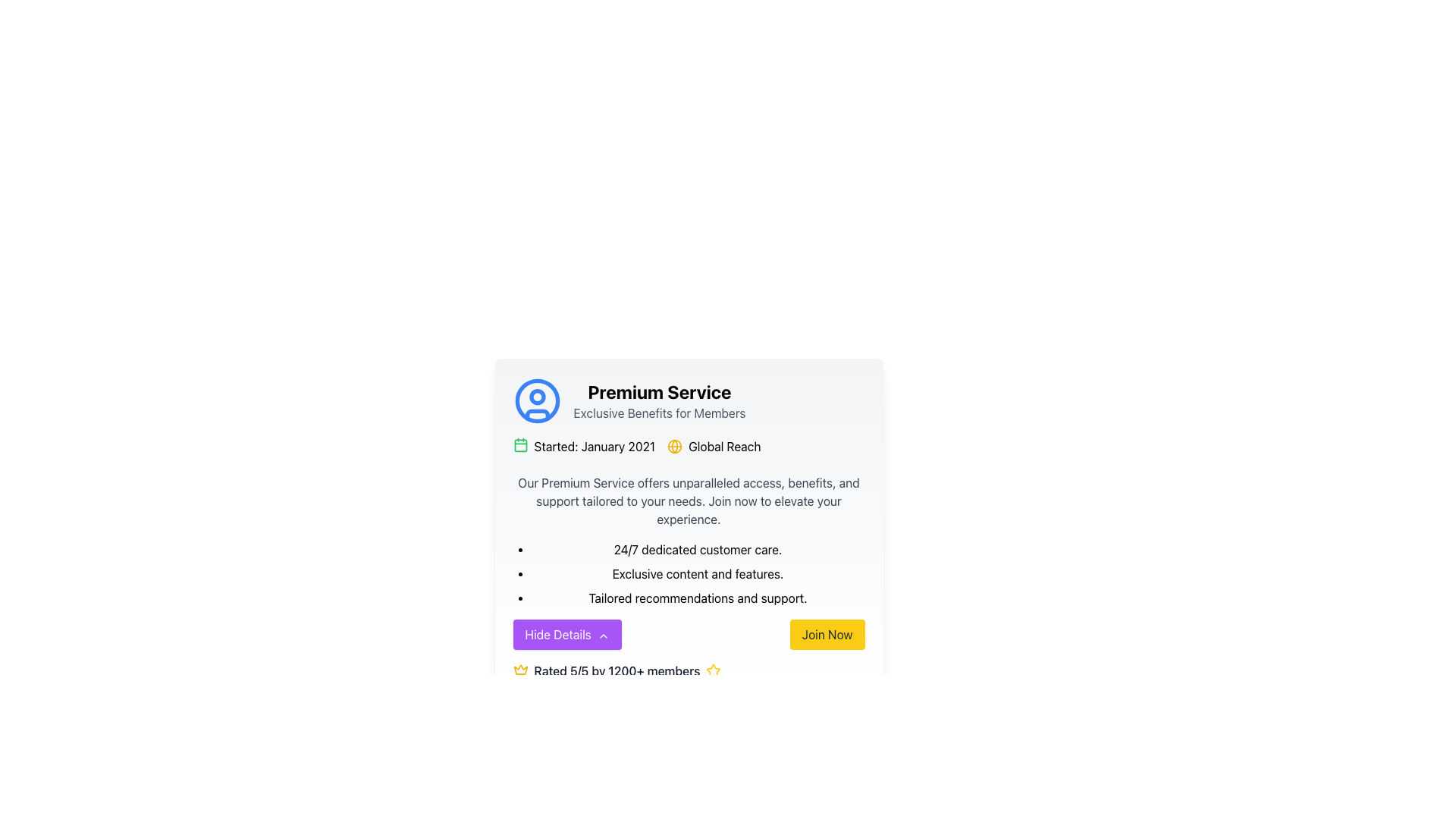 The image size is (1456, 819). I want to click on the calendar icon with a green outline, positioned to the left of the 'Started: January 2021' text, so click(520, 444).